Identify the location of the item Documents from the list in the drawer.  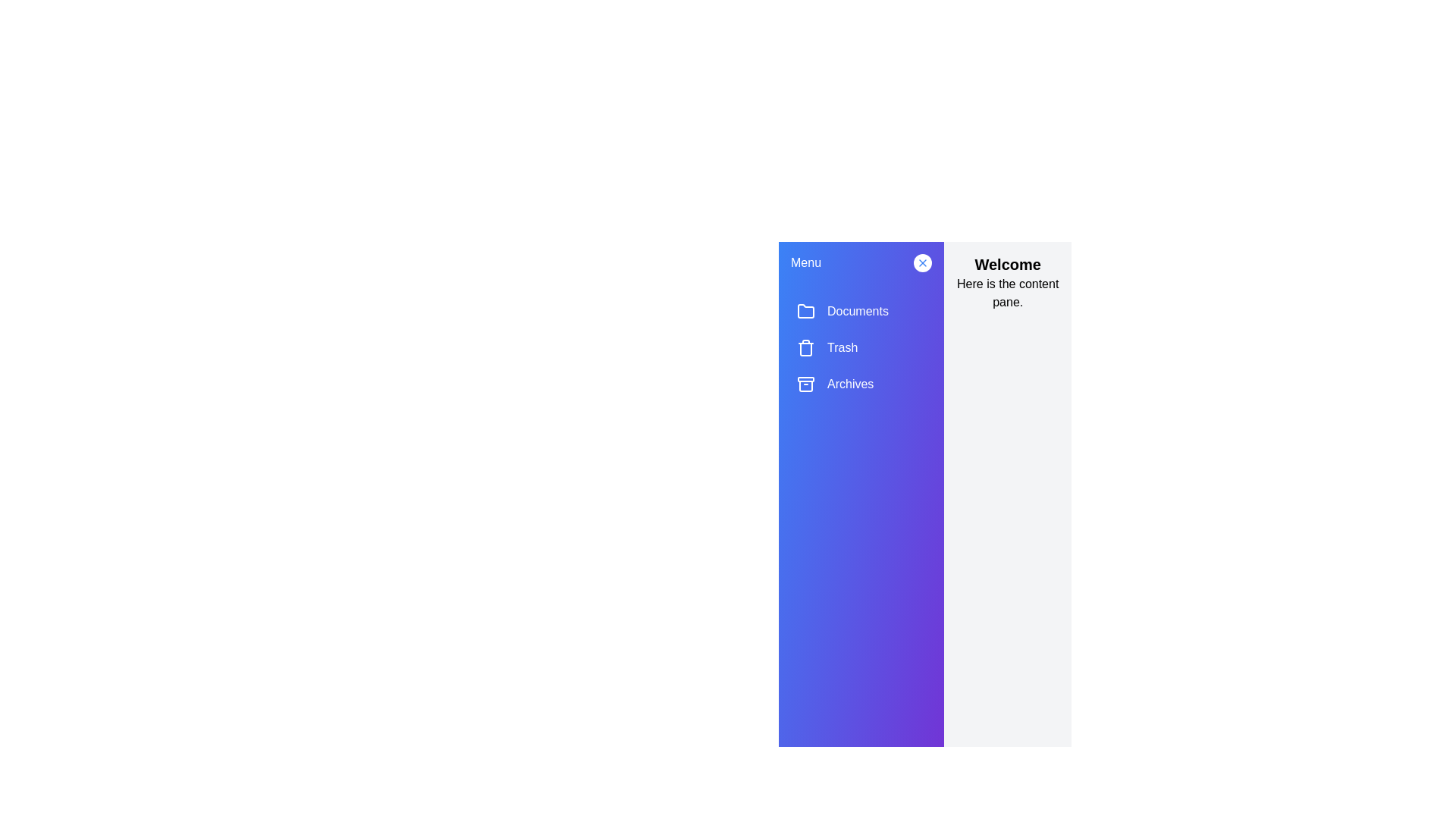
(861, 311).